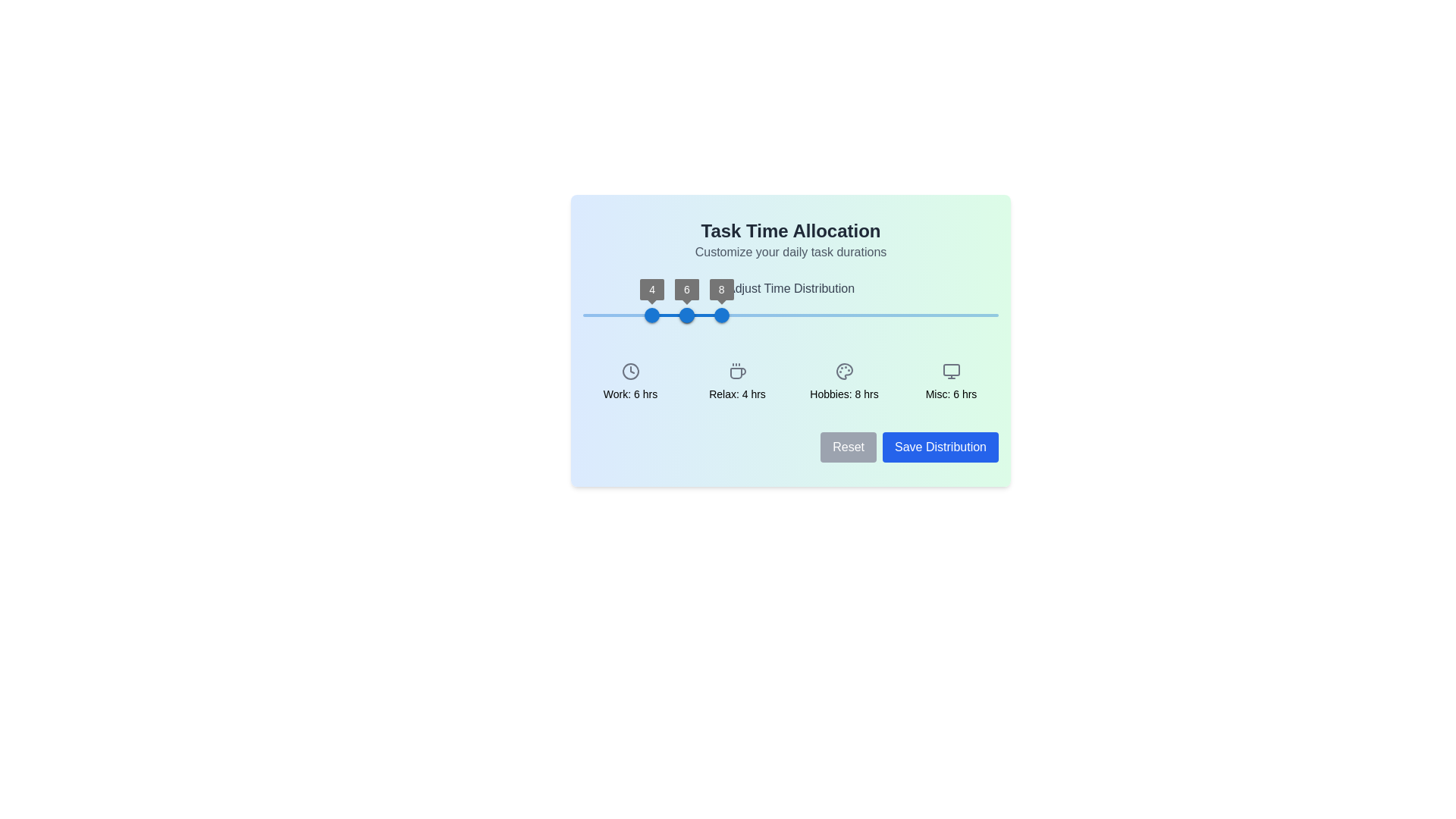 The width and height of the screenshot is (1456, 819). Describe the element at coordinates (632, 303) in the screenshot. I see `the slider` at that location.